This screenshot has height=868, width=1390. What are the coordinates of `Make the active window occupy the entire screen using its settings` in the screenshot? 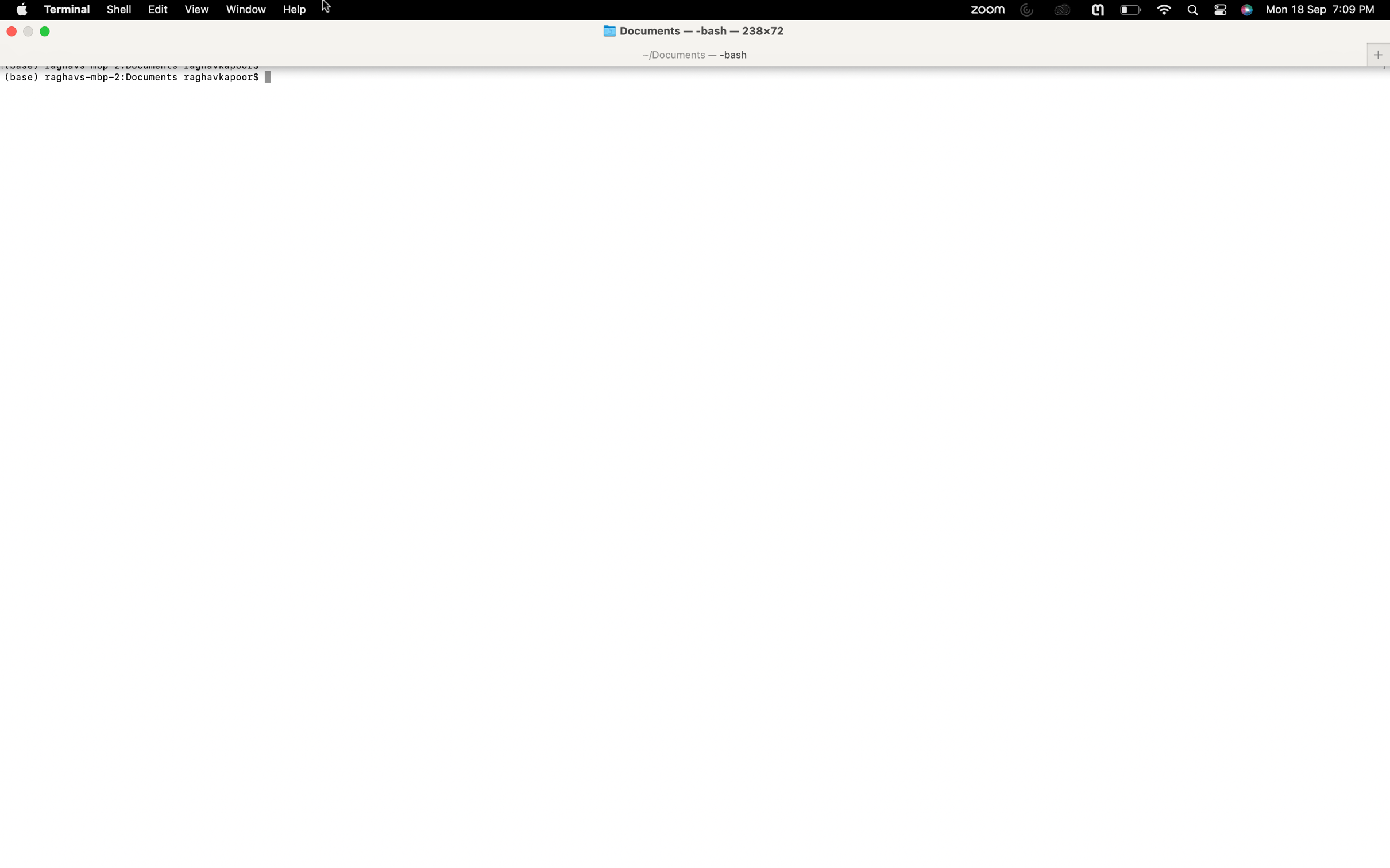 It's located at (245, 10).